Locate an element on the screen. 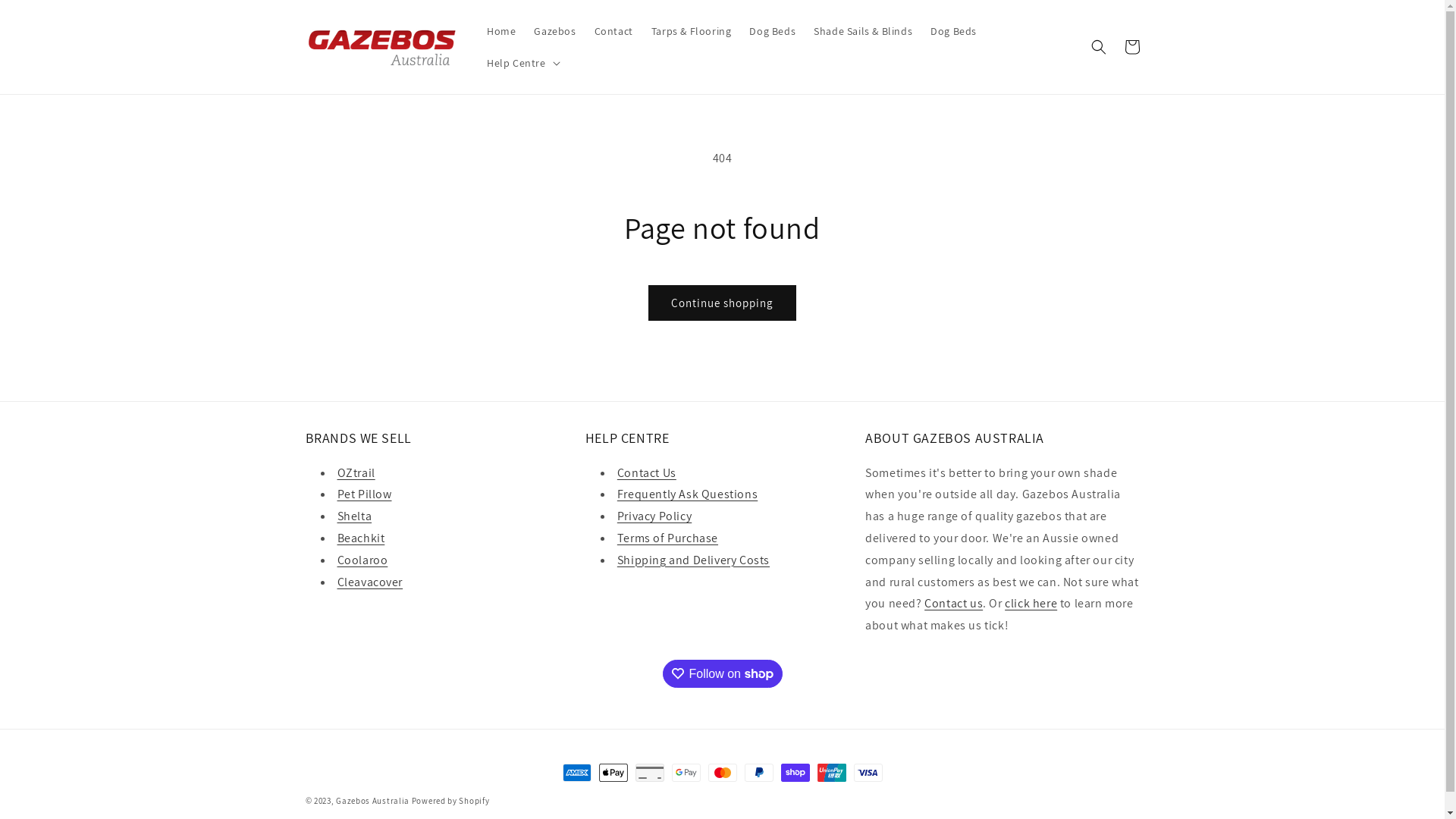 This screenshot has width=1456, height=819. 'Cart' is located at coordinates (1114, 45).